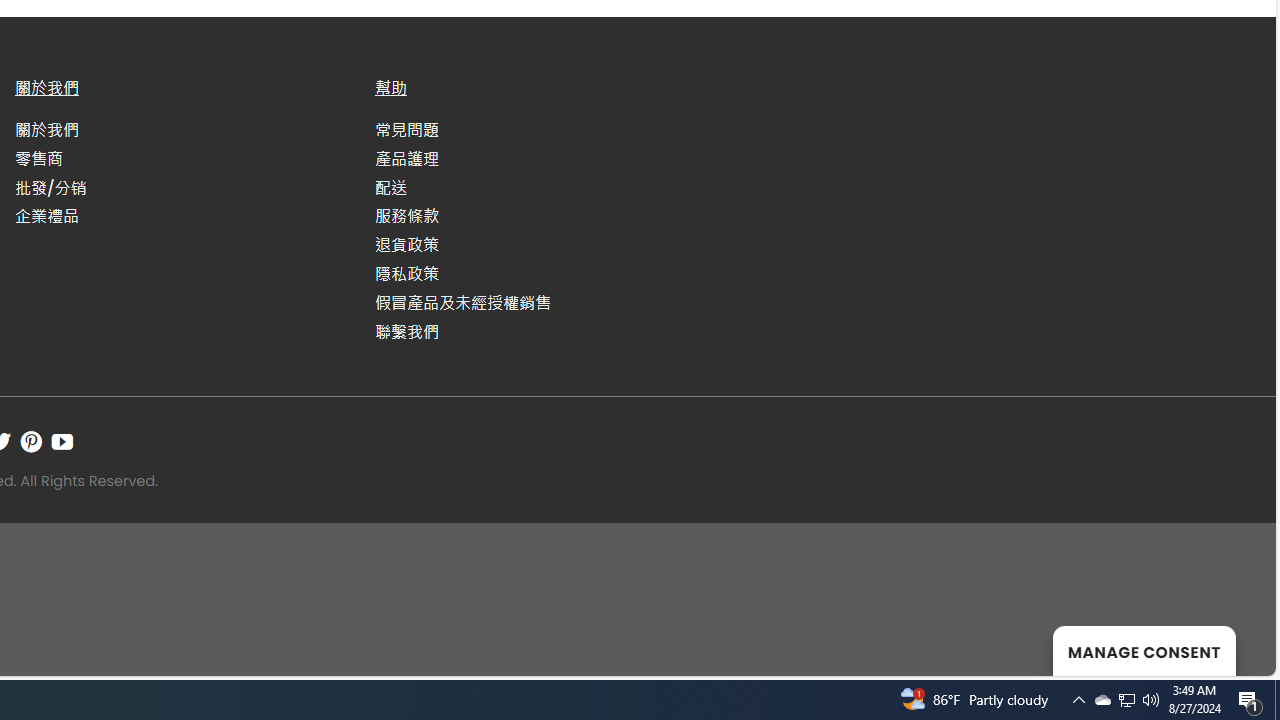  What do you see at coordinates (31, 440) in the screenshot?
I see `'Follow on Pinterest'` at bounding box center [31, 440].